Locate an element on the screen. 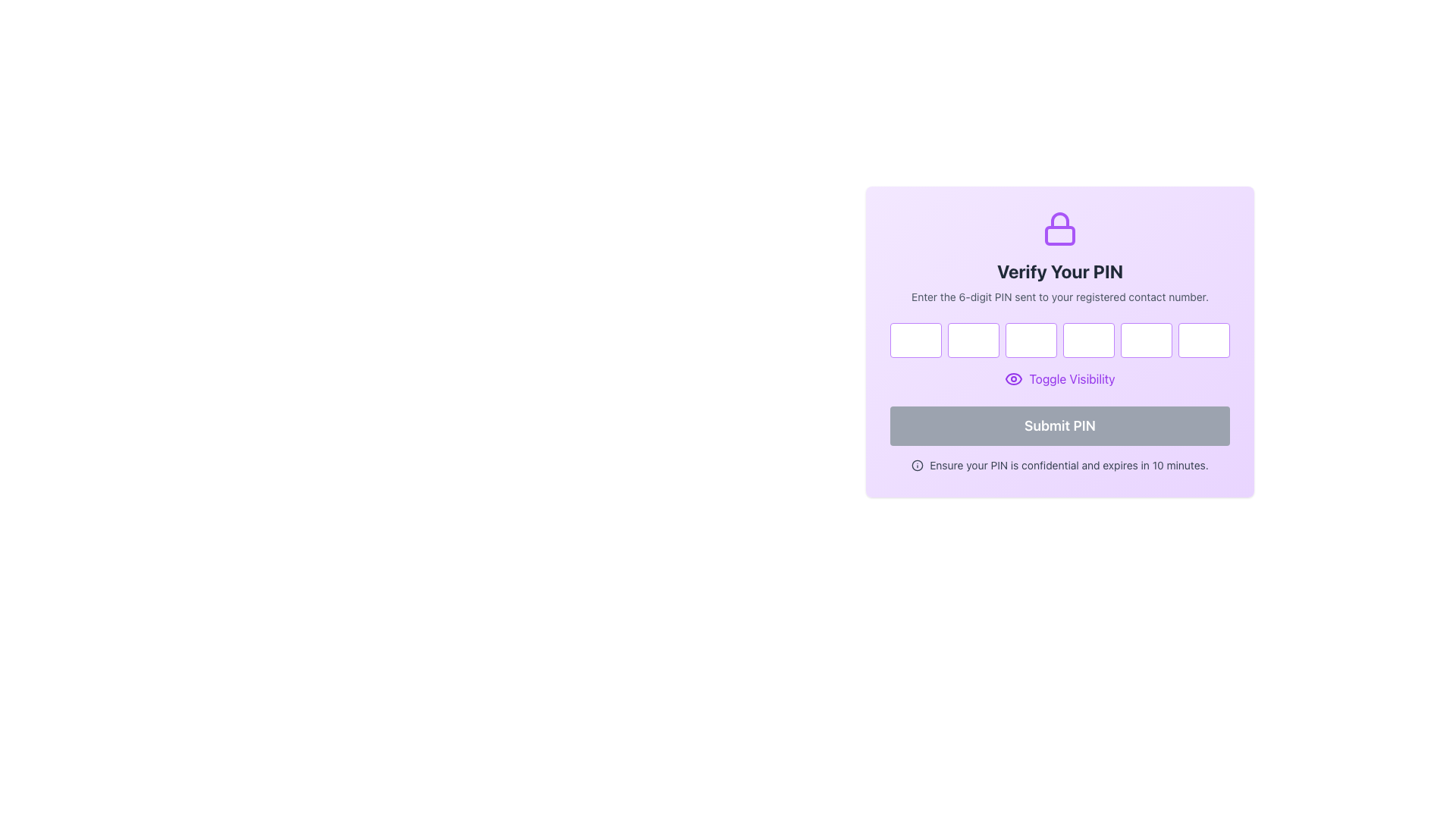  the outer elliptical stroke of the eye icon, which is part of the 'Toggle Visibility' feature for sensitive inputs, located to the right of the PIN entry boxes and above the 'Submit PIN' button is located at coordinates (1014, 378).